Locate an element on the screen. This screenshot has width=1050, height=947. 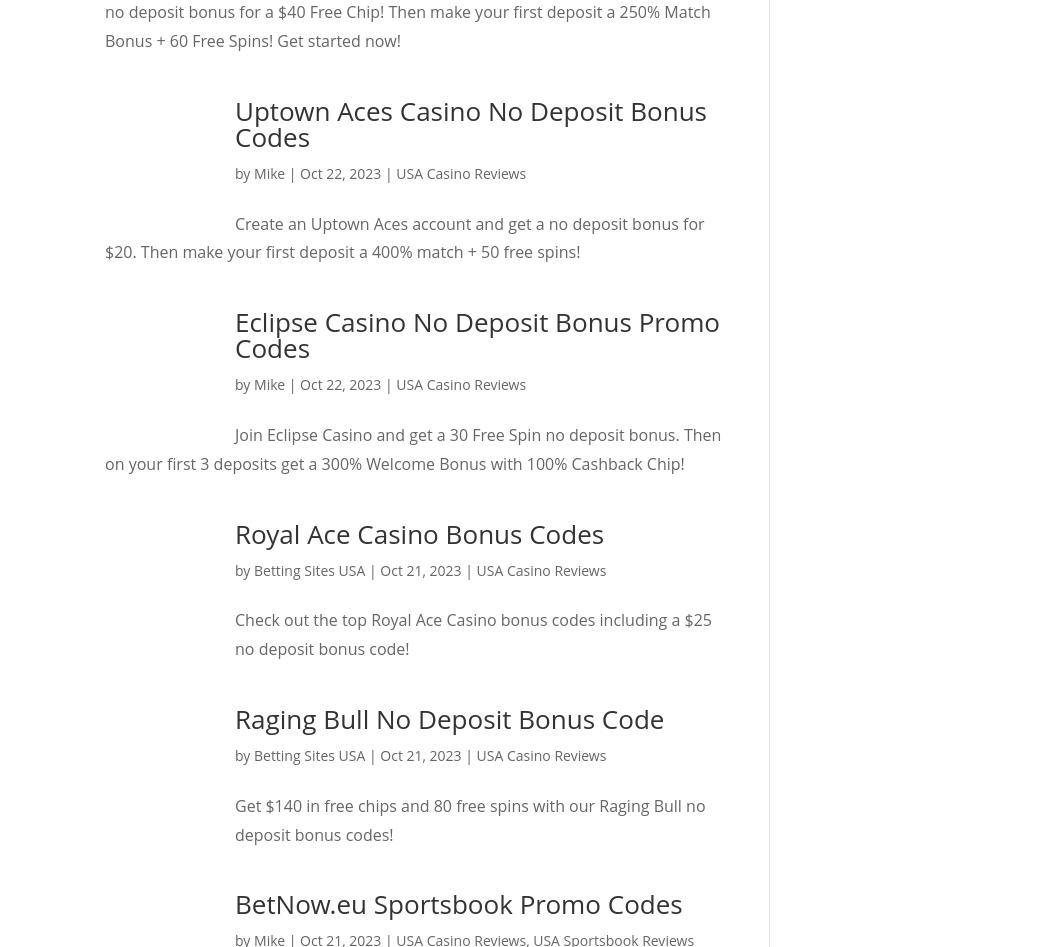
'Royal Ace Casino Bonus Codes' is located at coordinates (418, 531).